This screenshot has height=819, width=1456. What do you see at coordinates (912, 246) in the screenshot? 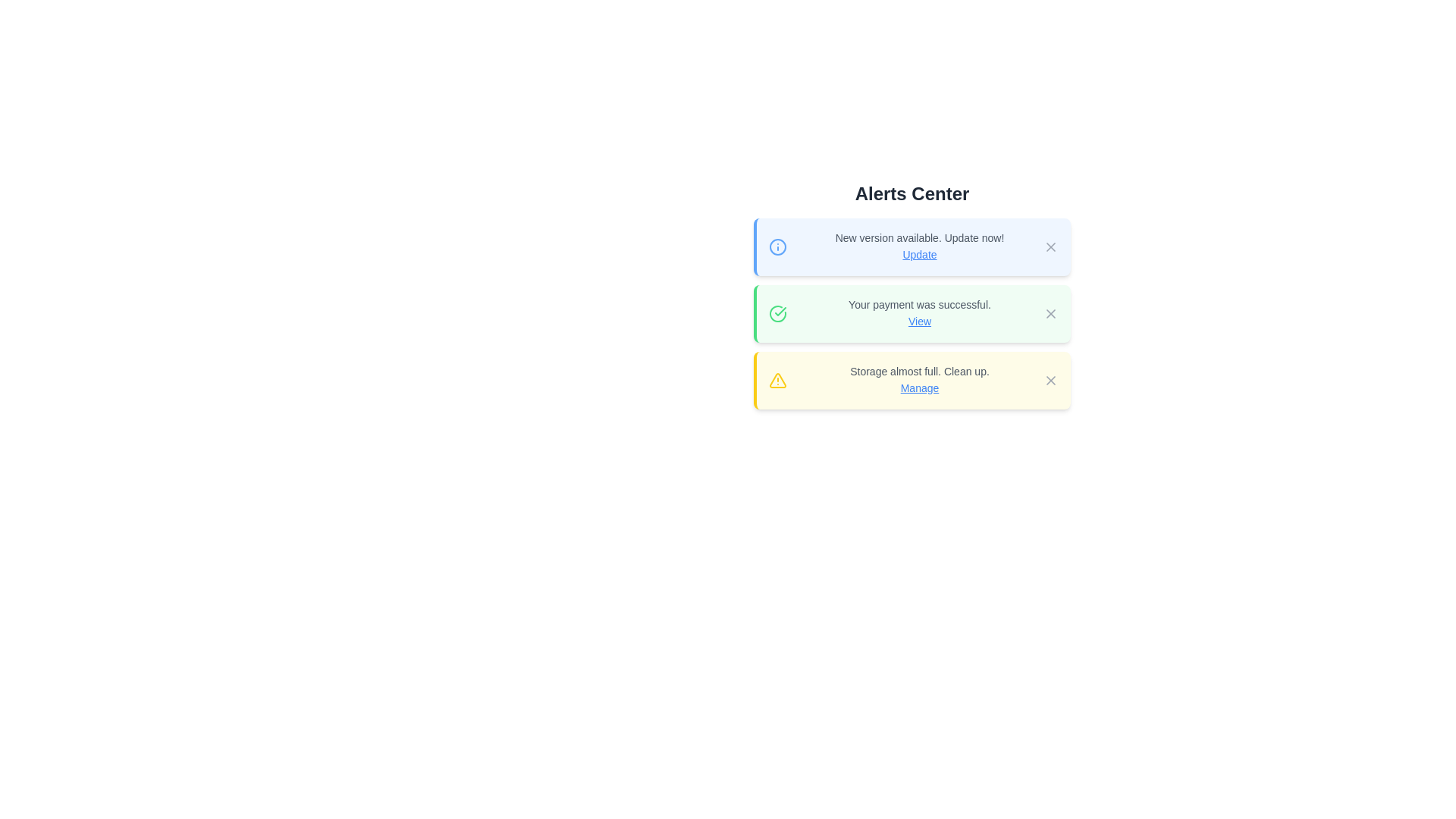
I see `the 'Update' hyperlink on the first notification card in the Alerts Center to initiate the update process` at bounding box center [912, 246].